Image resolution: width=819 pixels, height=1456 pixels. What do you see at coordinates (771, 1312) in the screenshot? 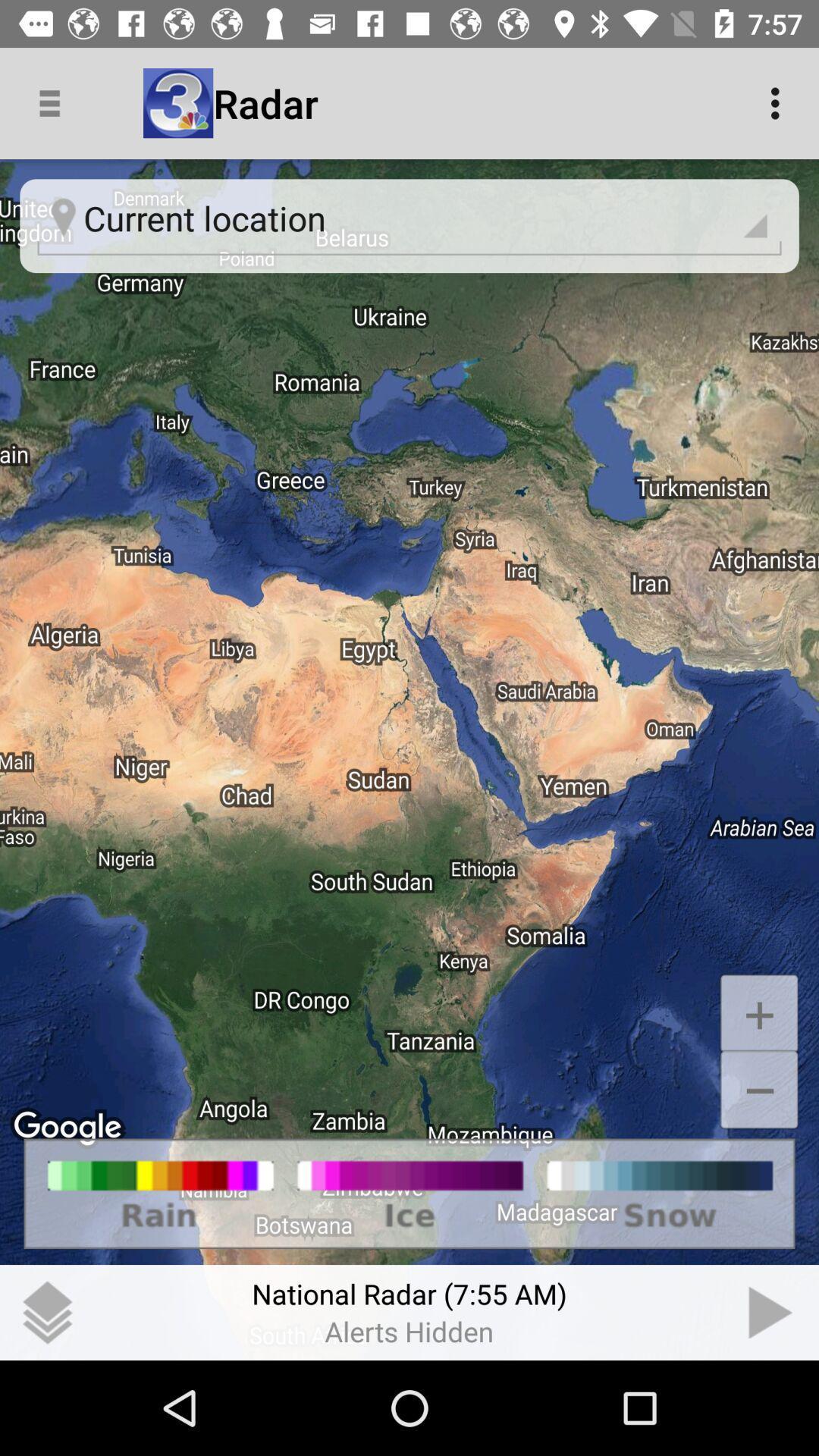
I see `the play icon` at bounding box center [771, 1312].